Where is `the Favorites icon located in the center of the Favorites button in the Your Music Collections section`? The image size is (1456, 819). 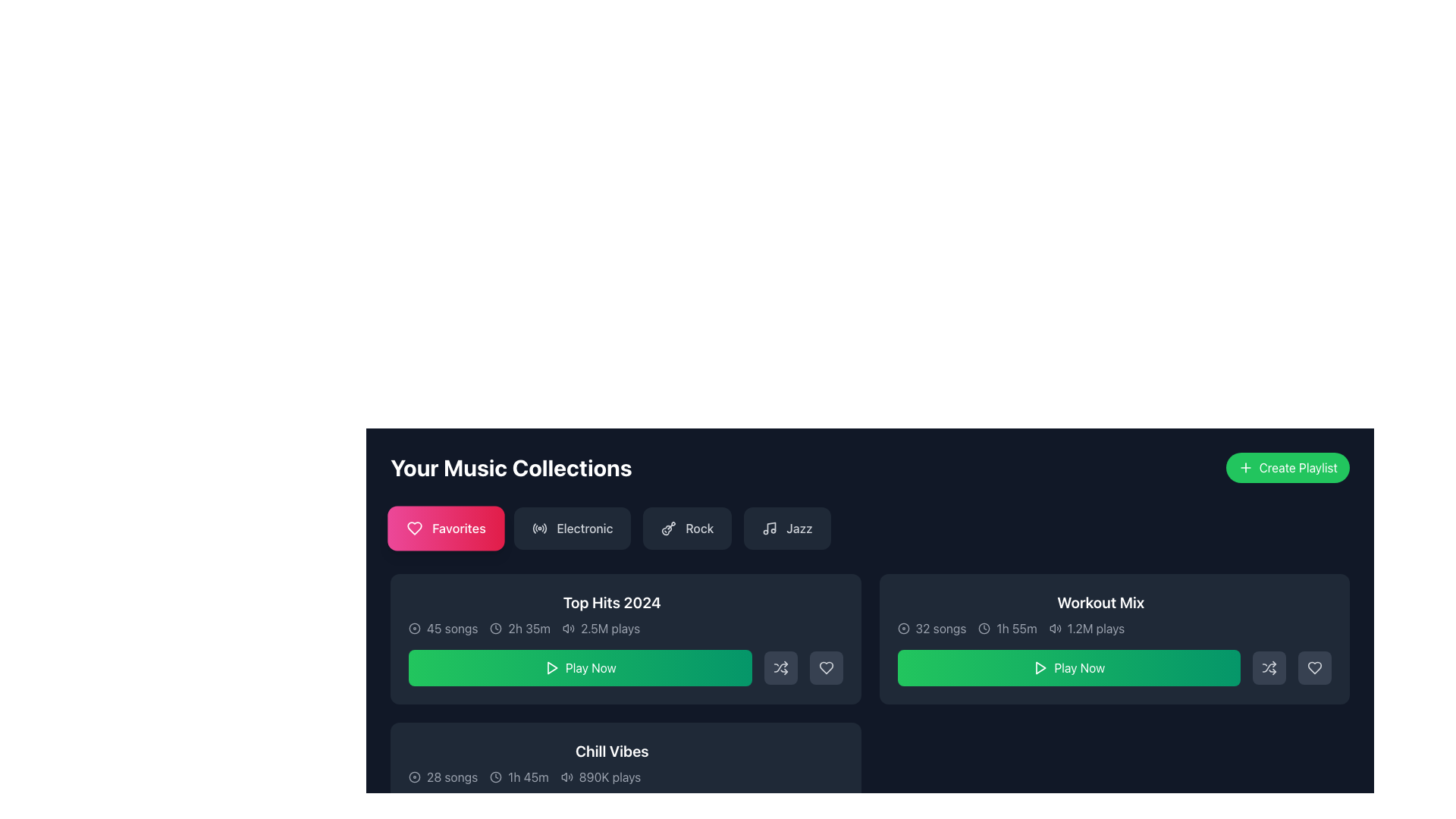
the Favorites icon located in the center of the Favorites button in the Your Music Collections section is located at coordinates (415, 528).